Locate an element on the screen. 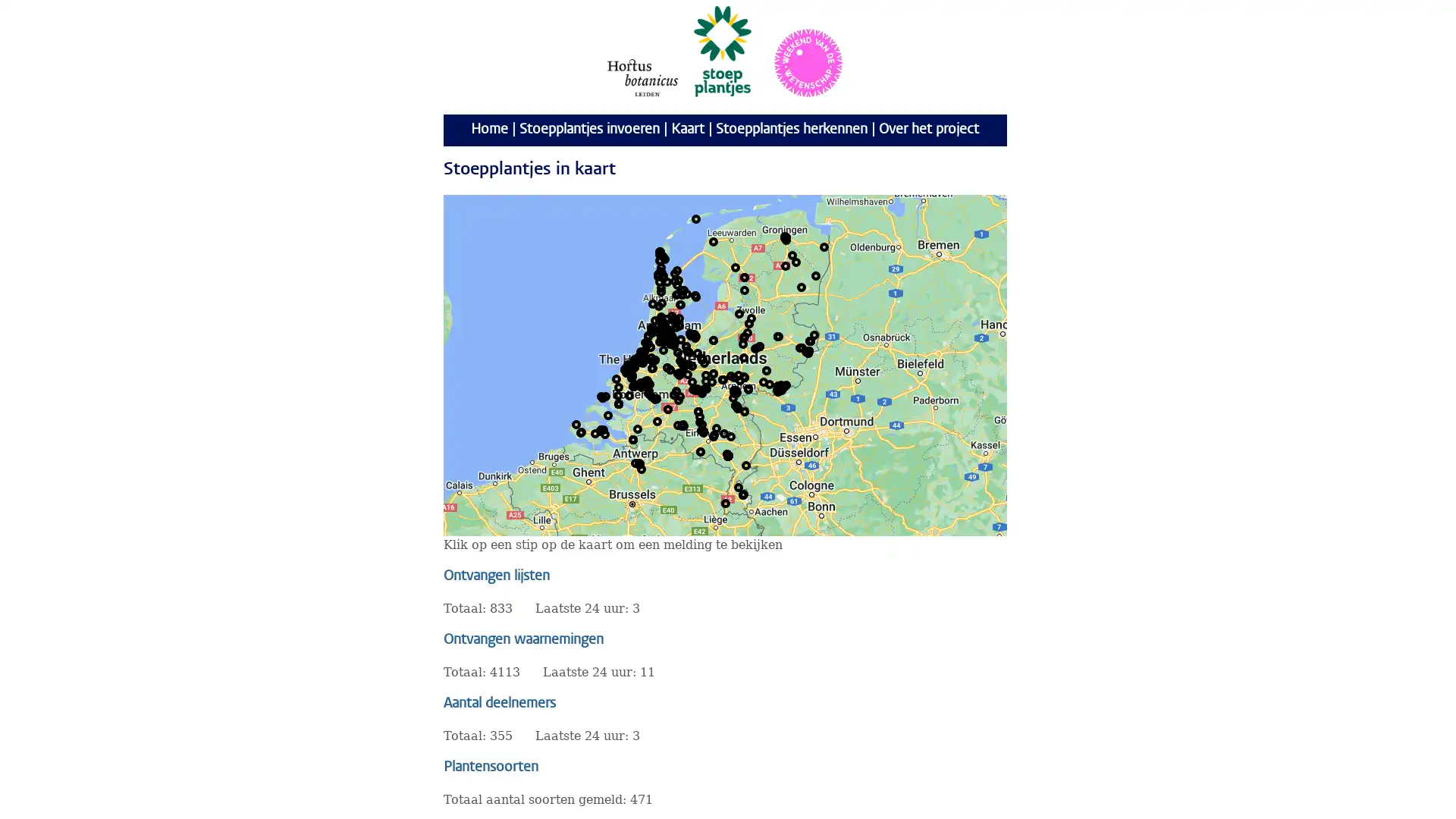 Image resolution: width=1456 pixels, height=819 pixels. Telling van H op 30 oktober 2021 is located at coordinates (673, 394).